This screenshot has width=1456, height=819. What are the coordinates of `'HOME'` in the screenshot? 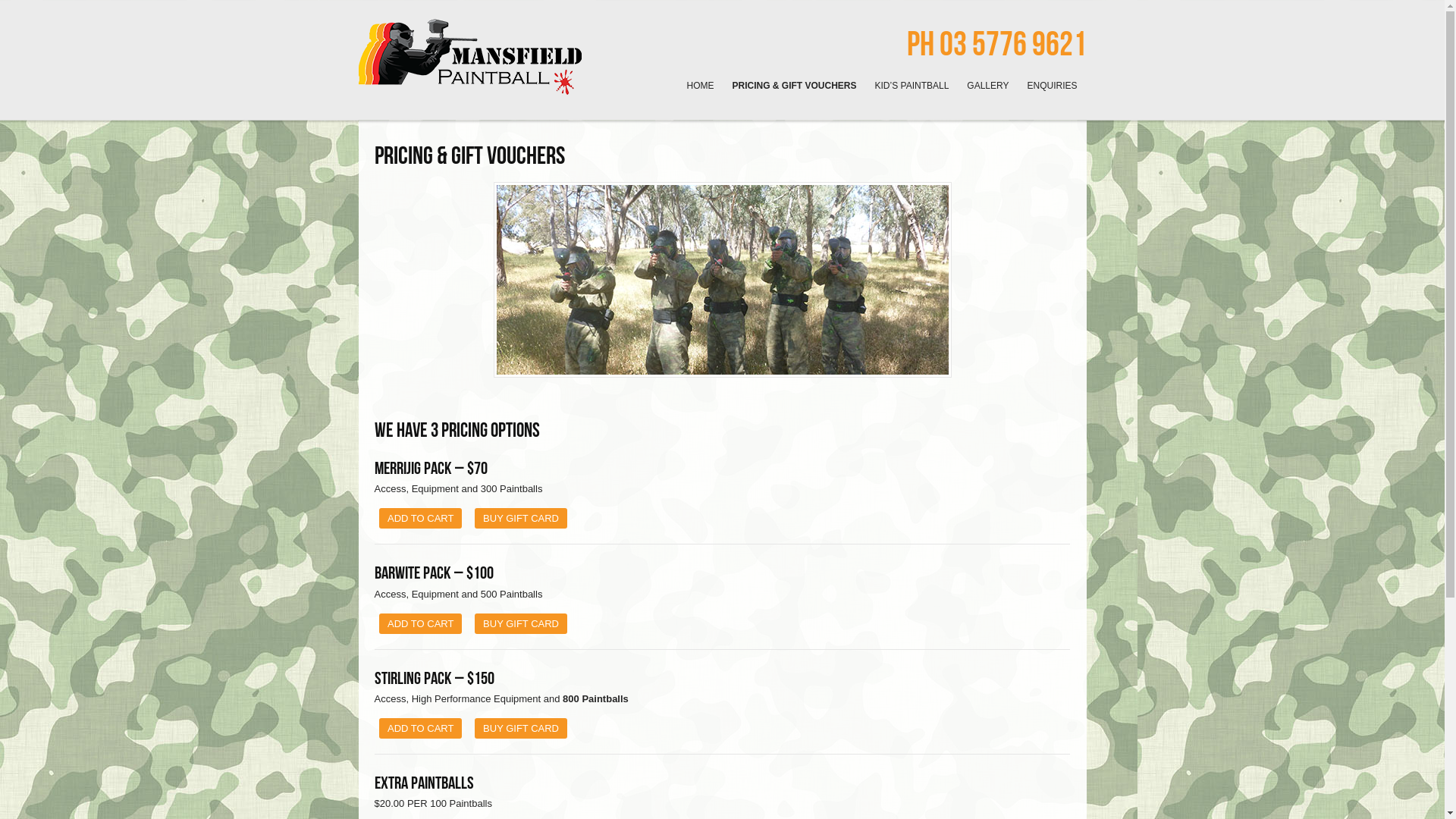 It's located at (700, 85).